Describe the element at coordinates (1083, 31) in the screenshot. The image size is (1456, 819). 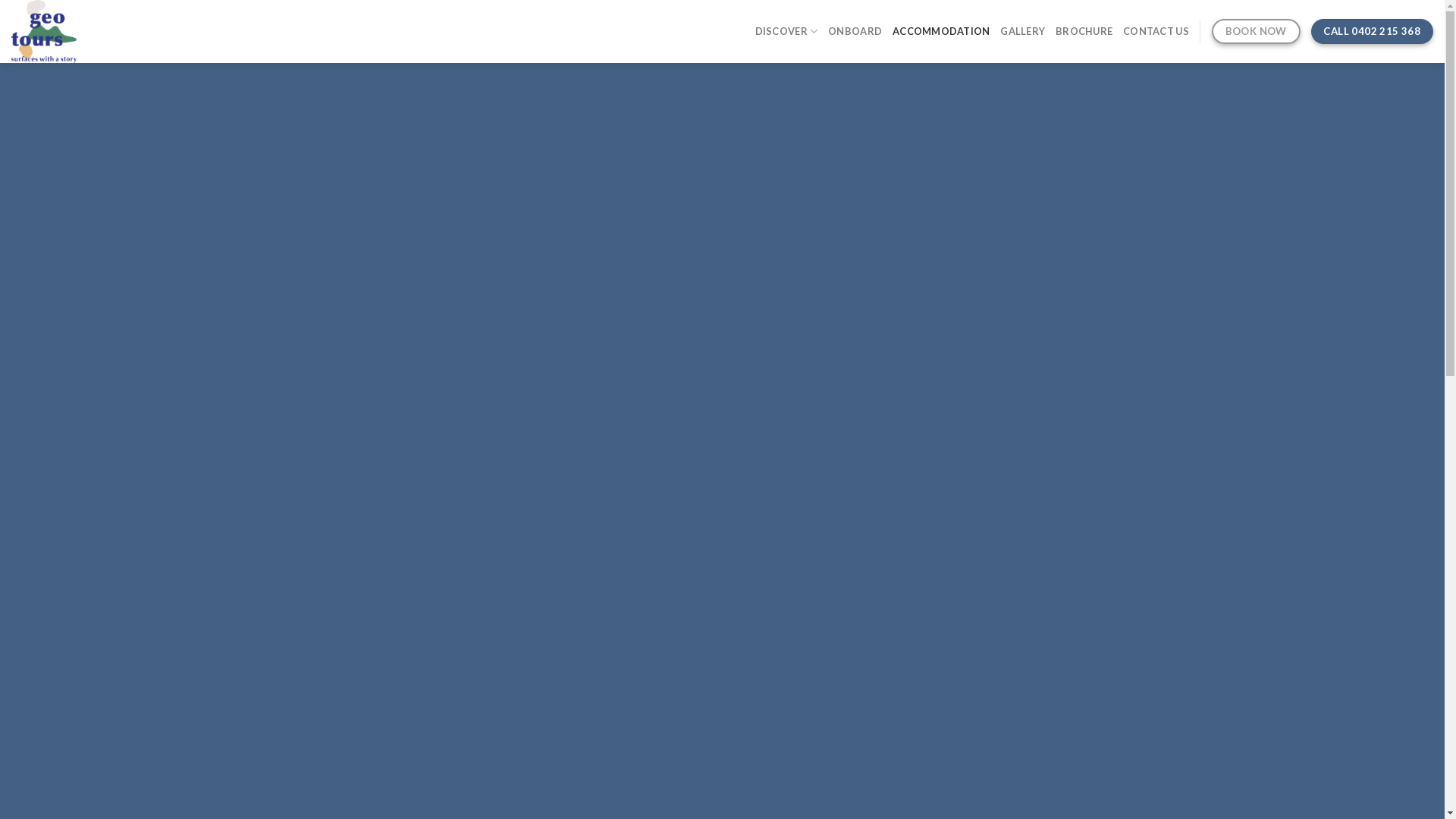
I see `'BROCHURE'` at that location.